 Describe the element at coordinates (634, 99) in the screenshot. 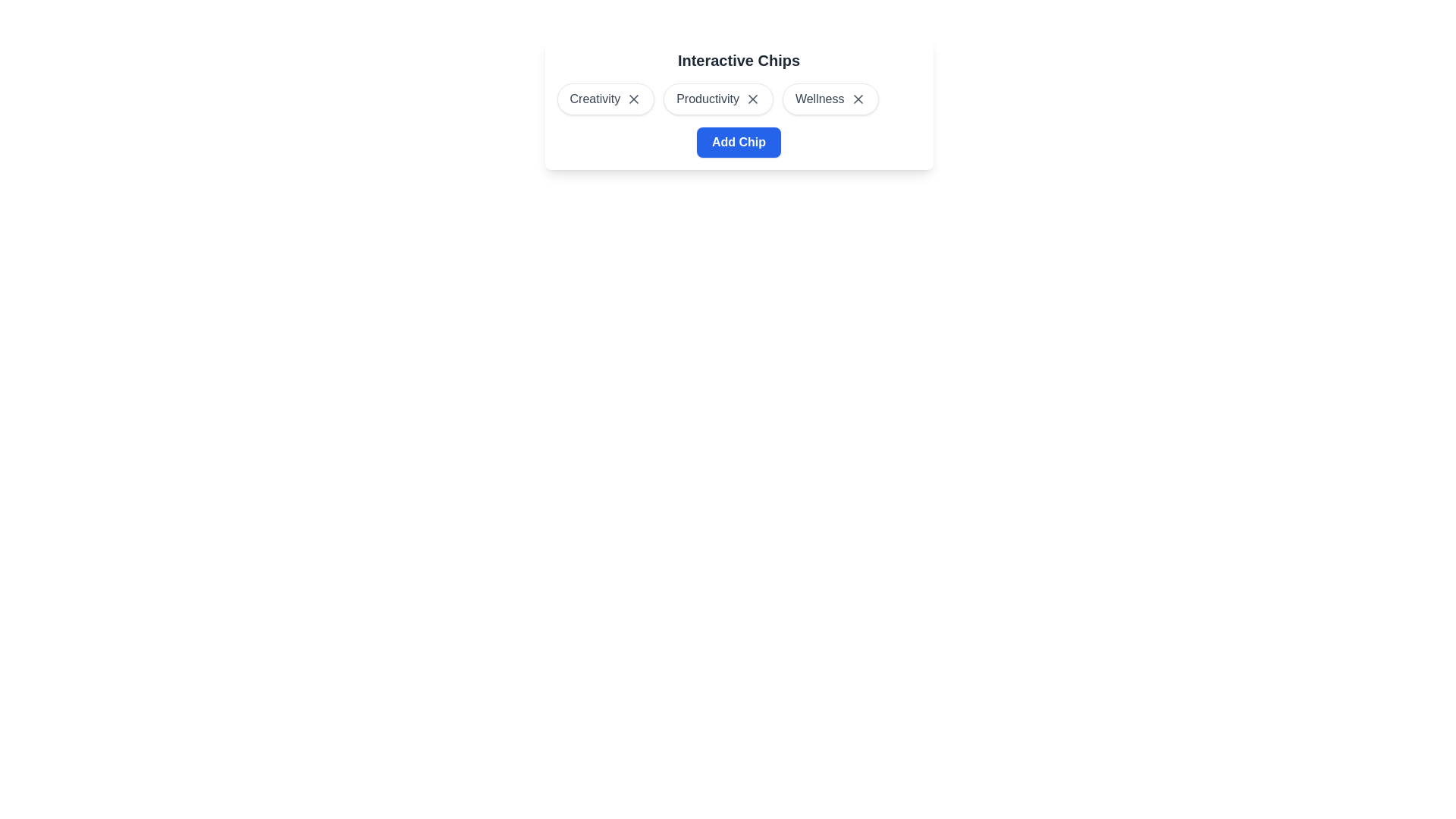

I see `the close/remove icon located within the 'Creativity' chip` at that location.